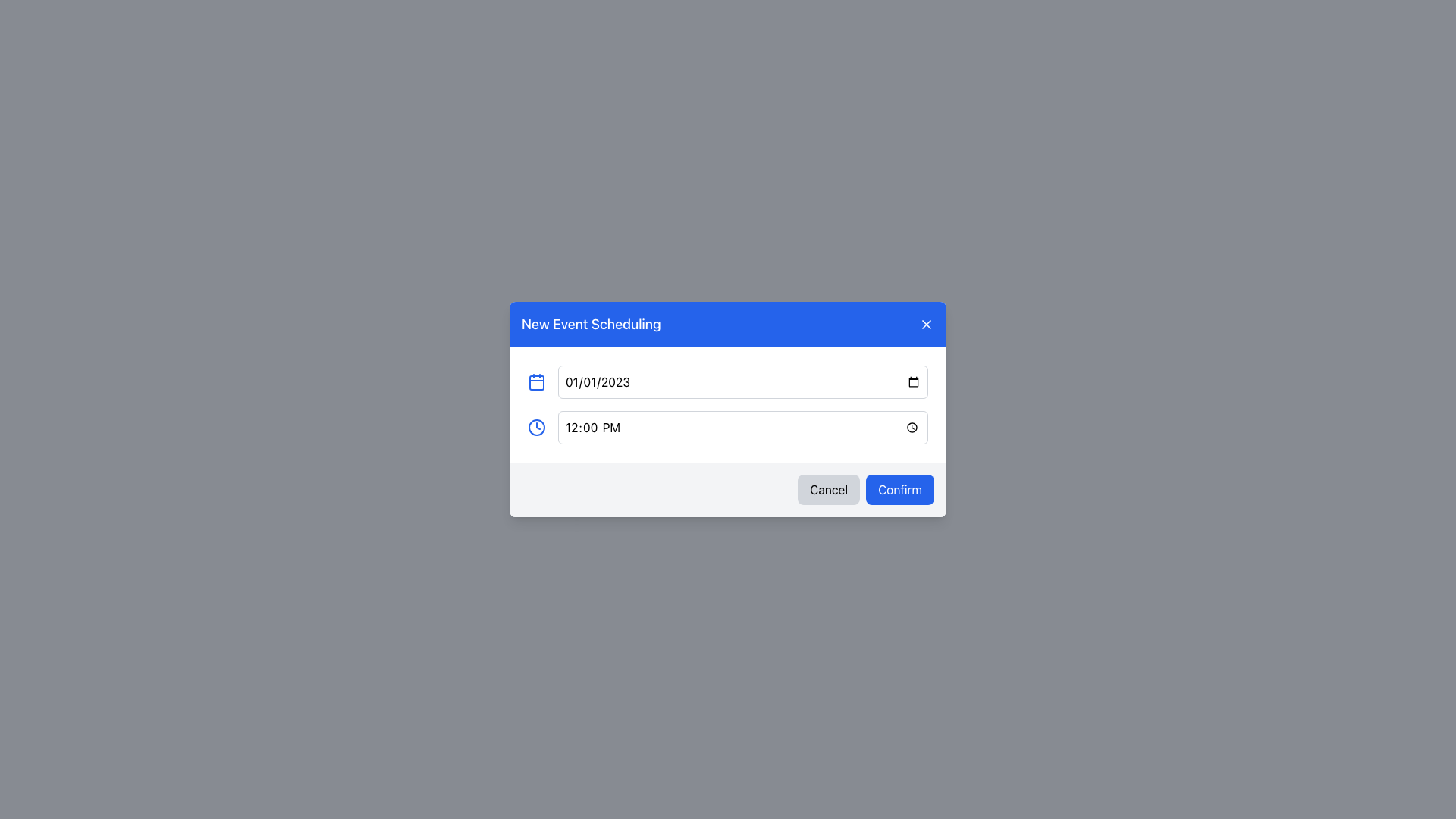  What do you see at coordinates (537, 427) in the screenshot?
I see `the blue clock icon located to the left of the time input field in the 'New Event Scheduling' dialog box` at bounding box center [537, 427].